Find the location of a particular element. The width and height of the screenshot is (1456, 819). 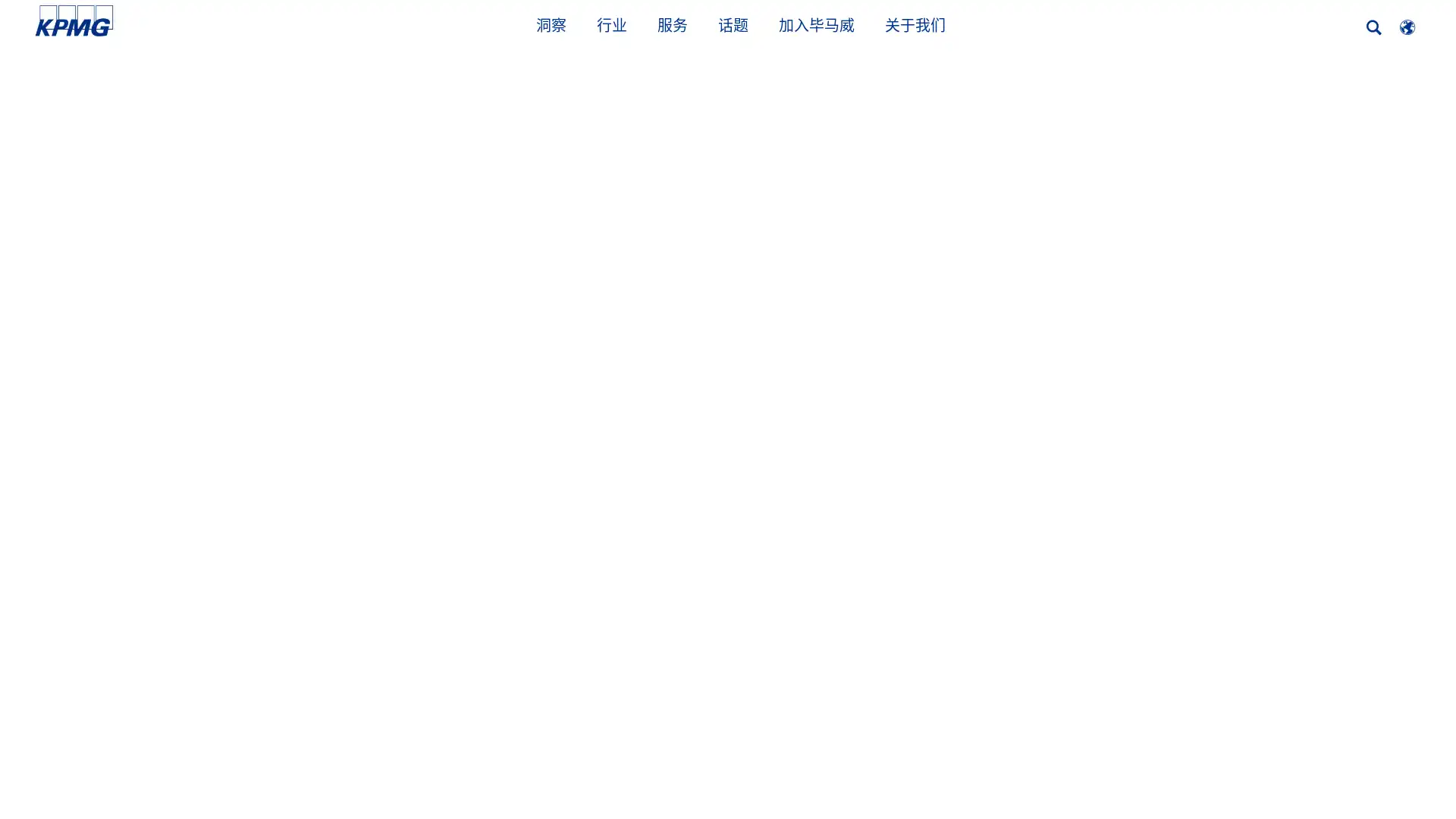

Search is located at coordinates (1374, 27).